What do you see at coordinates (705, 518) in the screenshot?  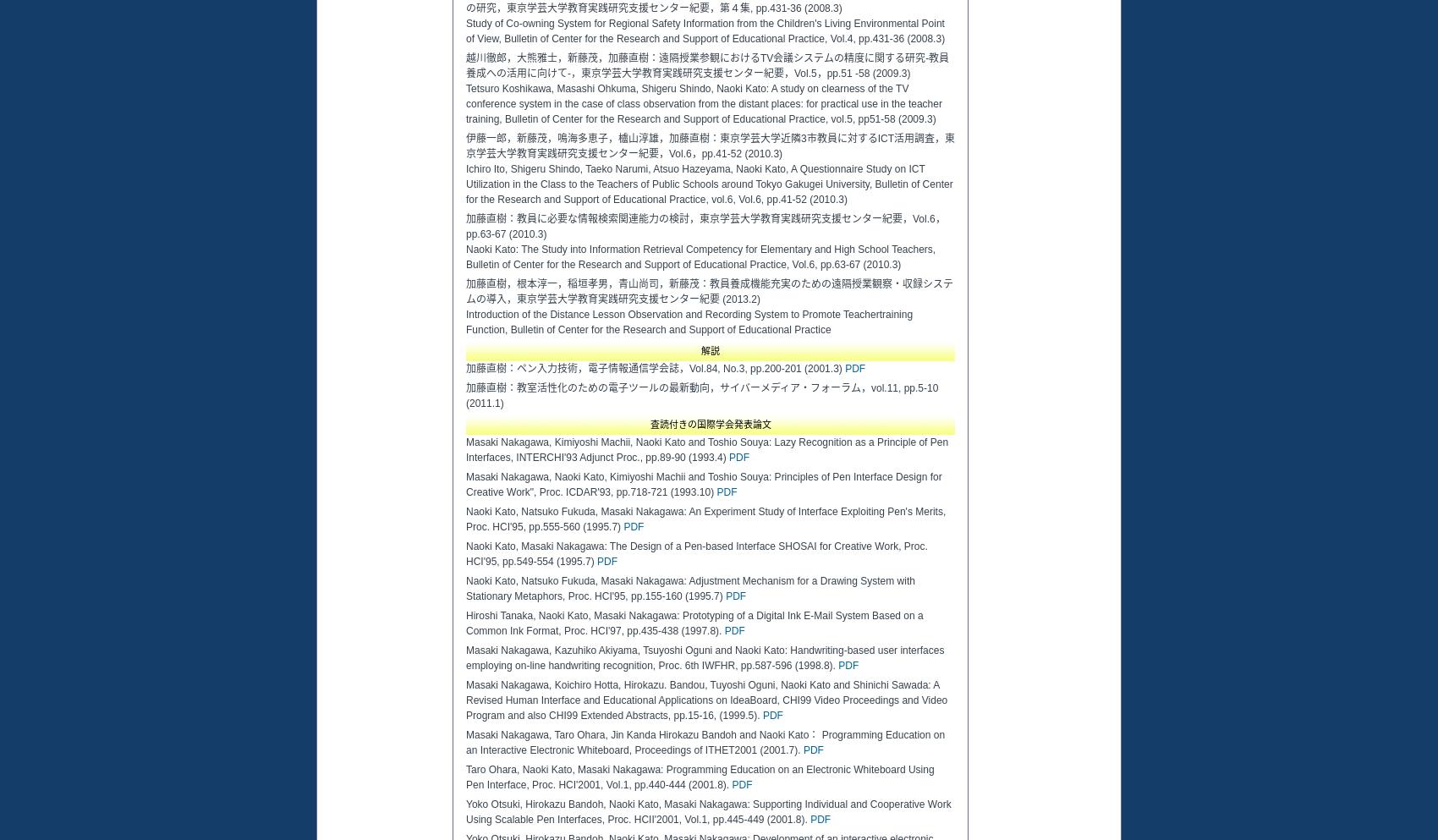 I see `'Naoki Kato, Natsuko Fukuda, Masaki Nakagawa: An Experiment Study of Interface Exploiting Pen's Merits, Proc. HCI'95, pp.555-560 (1995.7)'` at bounding box center [705, 518].